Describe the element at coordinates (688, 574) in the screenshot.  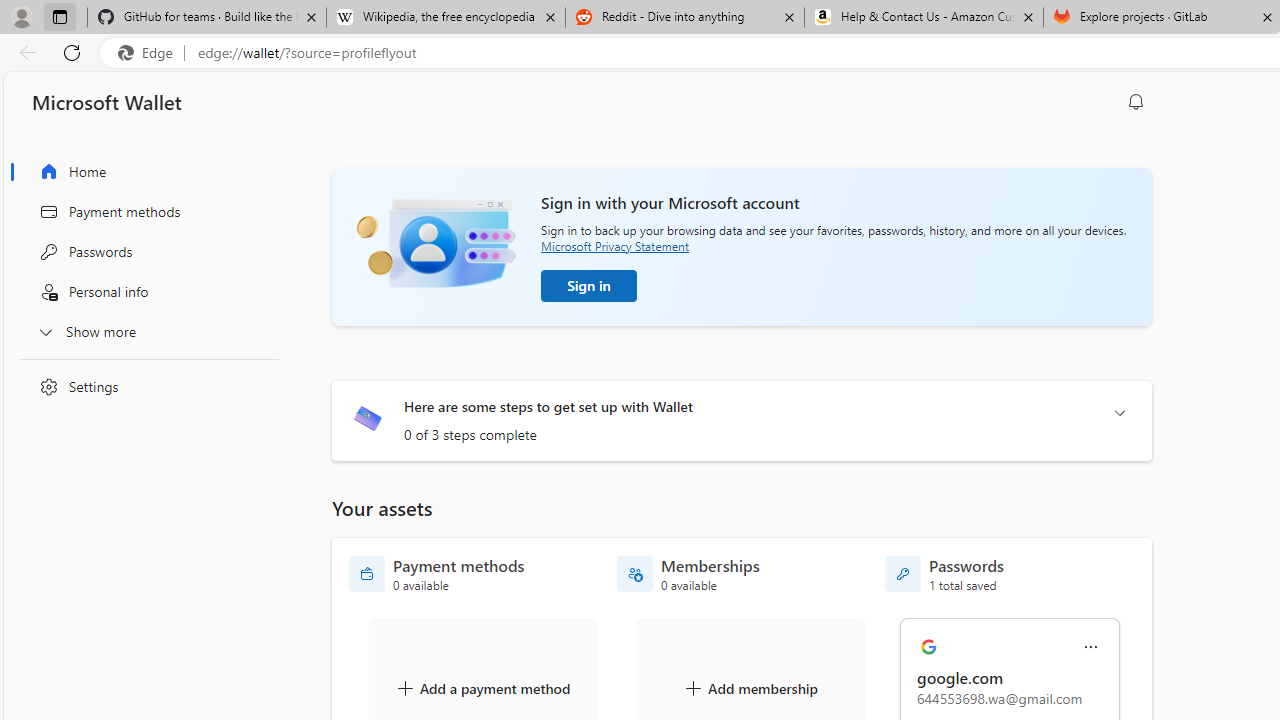
I see `'Memberships - 0 available'` at that location.